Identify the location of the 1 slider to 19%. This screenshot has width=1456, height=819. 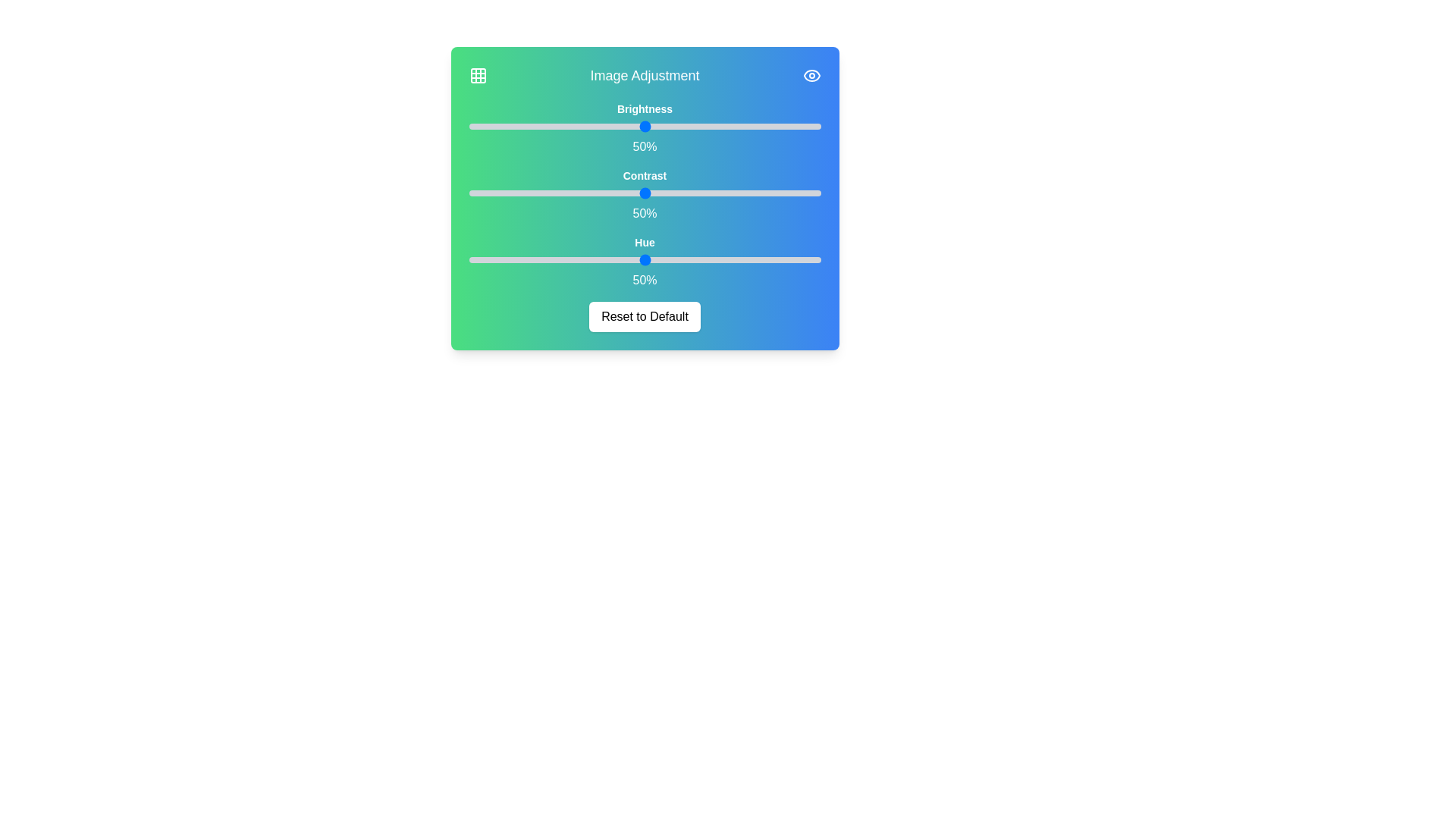
(711, 192).